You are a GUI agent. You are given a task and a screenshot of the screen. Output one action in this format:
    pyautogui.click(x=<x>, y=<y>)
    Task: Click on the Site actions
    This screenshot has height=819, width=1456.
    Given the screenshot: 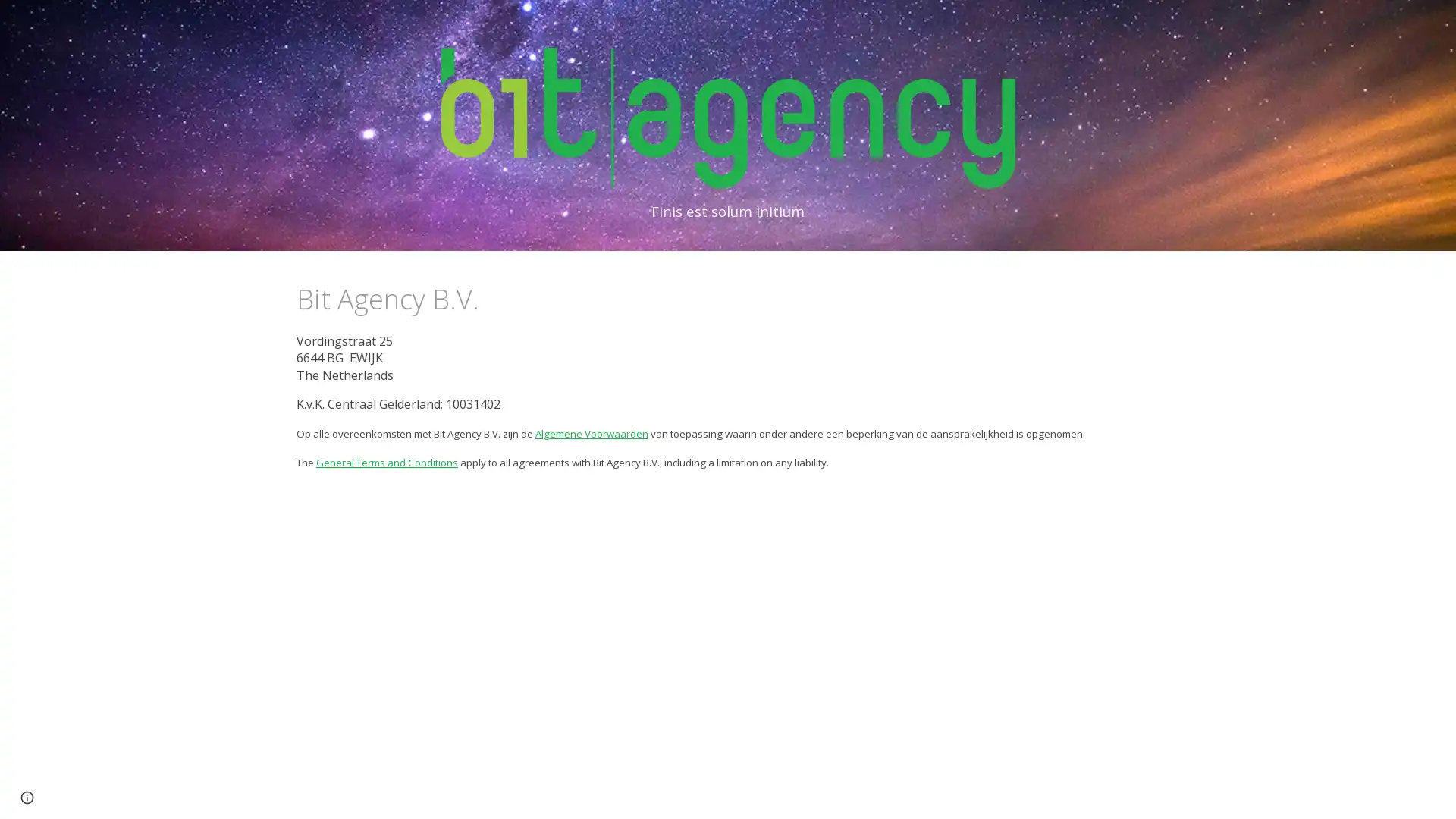 What is the action you would take?
    pyautogui.click(x=27, y=792)
    